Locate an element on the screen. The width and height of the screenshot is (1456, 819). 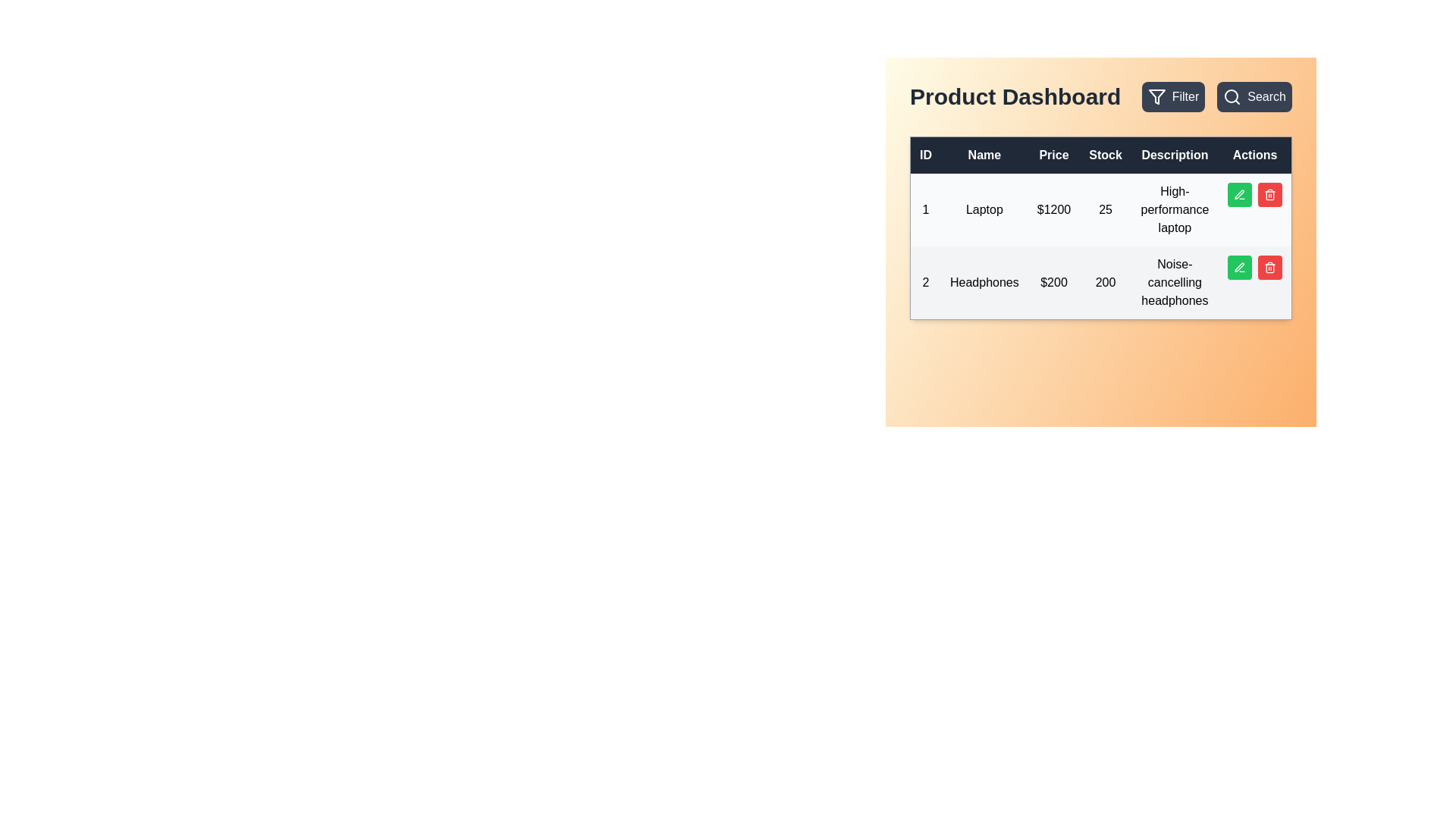
the search icon located in the top-right portion of the interface, within the button labeled 'Search', to initiate a search is located at coordinates (1232, 96).